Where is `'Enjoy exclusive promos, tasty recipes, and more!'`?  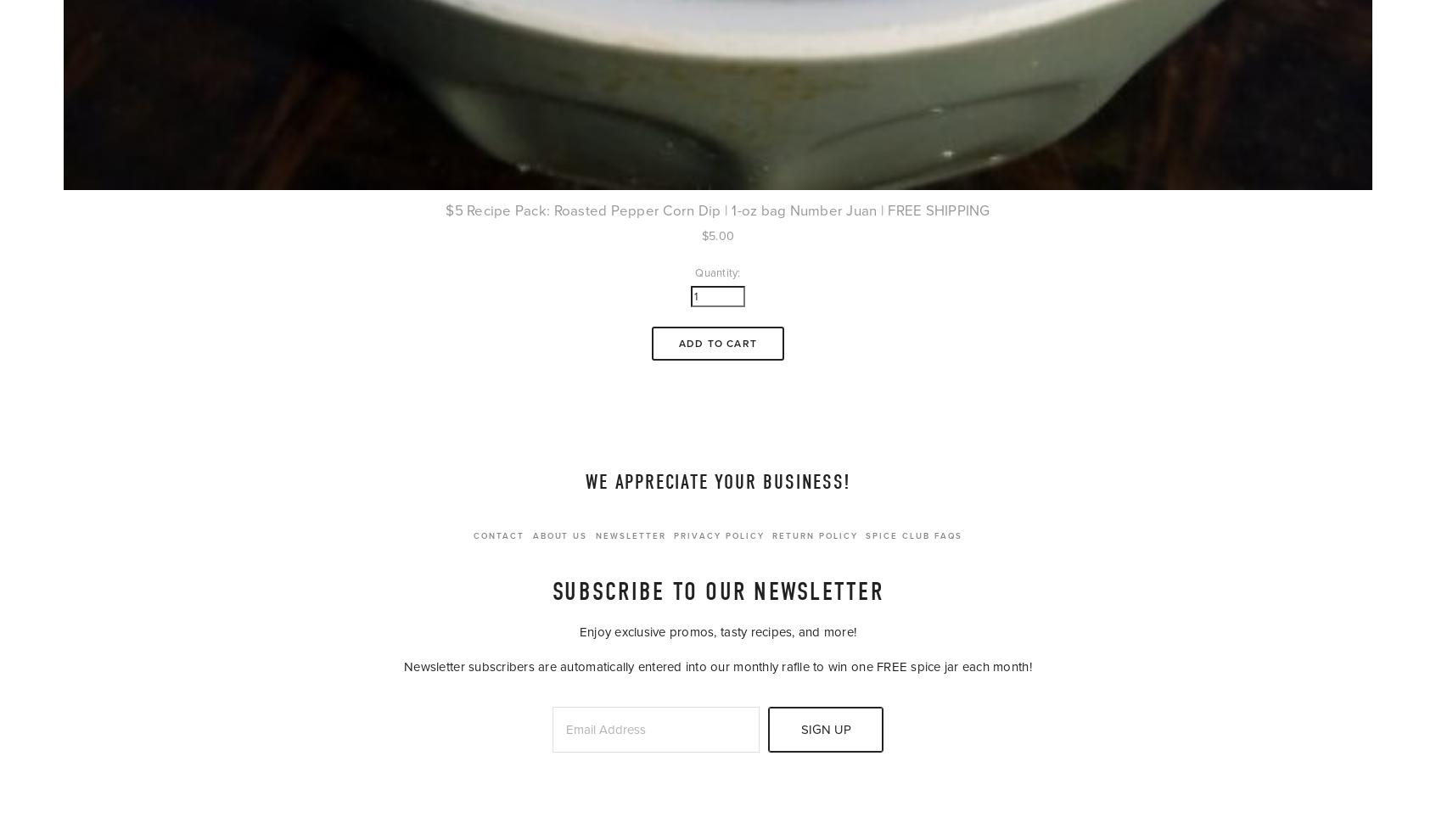 'Enjoy exclusive promos, tasty recipes, and more!' is located at coordinates (717, 631).